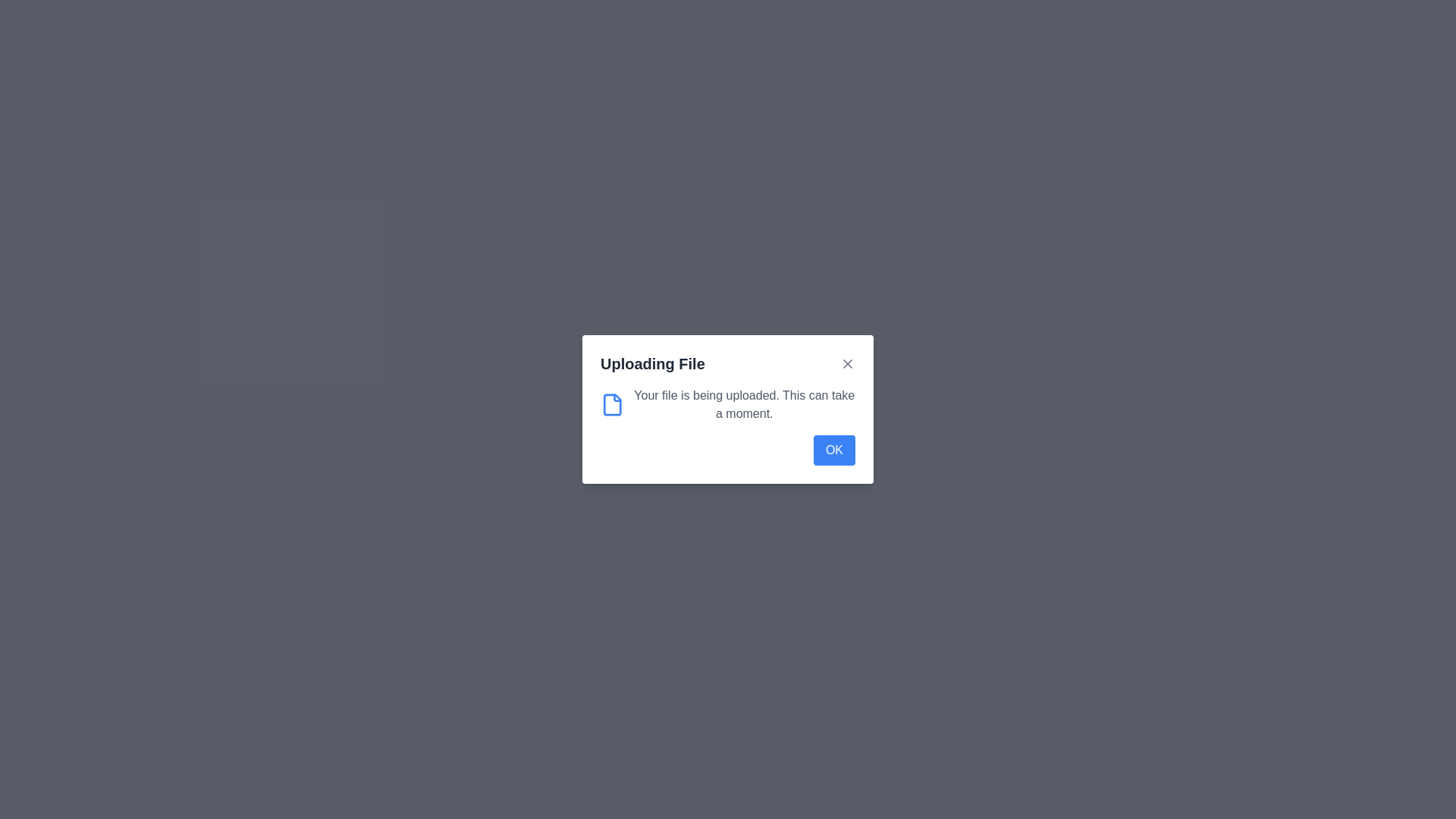 The height and width of the screenshot is (819, 1456). What do you see at coordinates (612, 403) in the screenshot?
I see `the file upload icon located on the leftmost side of the 'Uploading File' dialog box, adjacent to the text 'Your file is being uploaded. This can take a moment.'` at bounding box center [612, 403].